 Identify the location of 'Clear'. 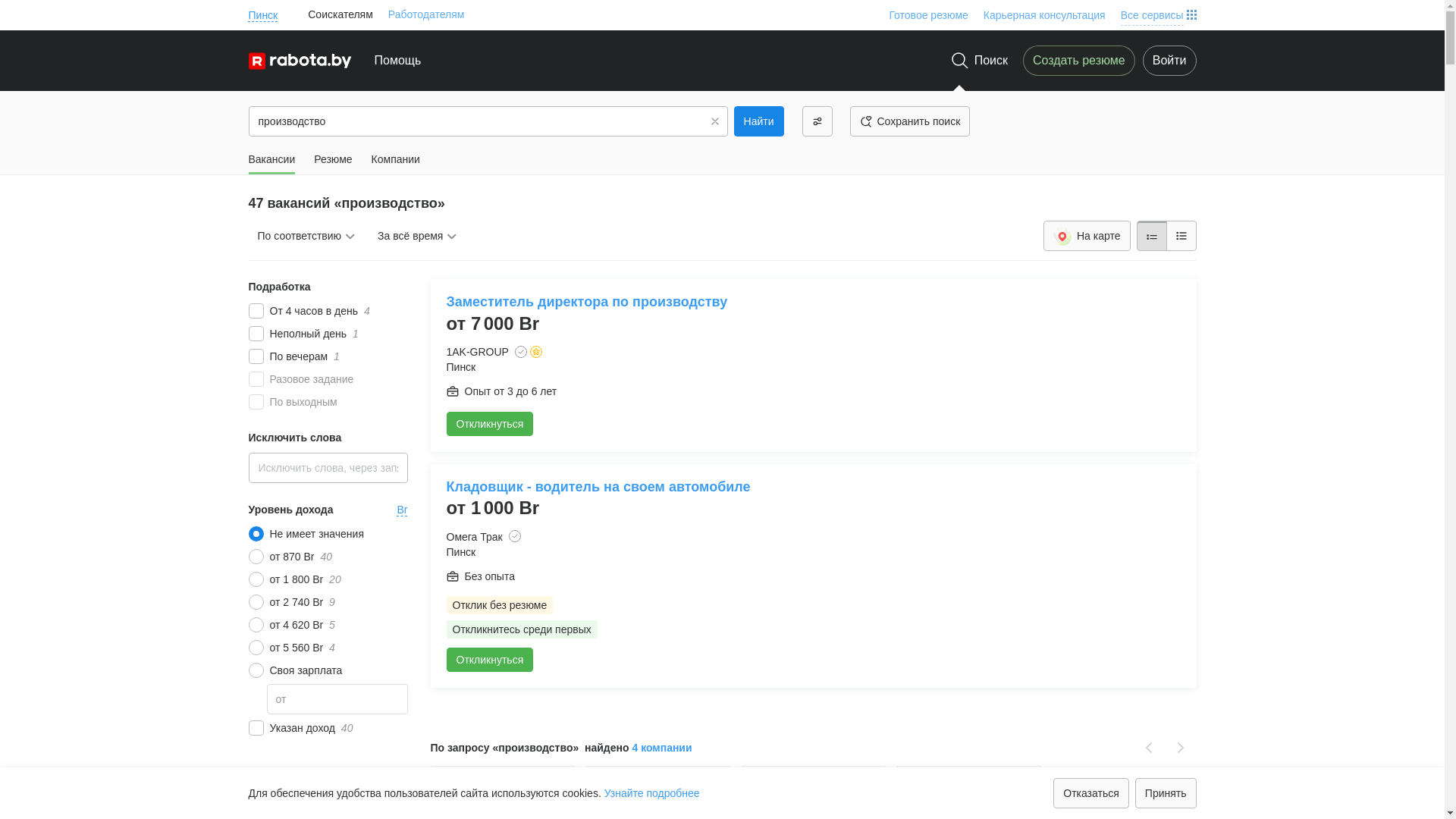
(714, 120).